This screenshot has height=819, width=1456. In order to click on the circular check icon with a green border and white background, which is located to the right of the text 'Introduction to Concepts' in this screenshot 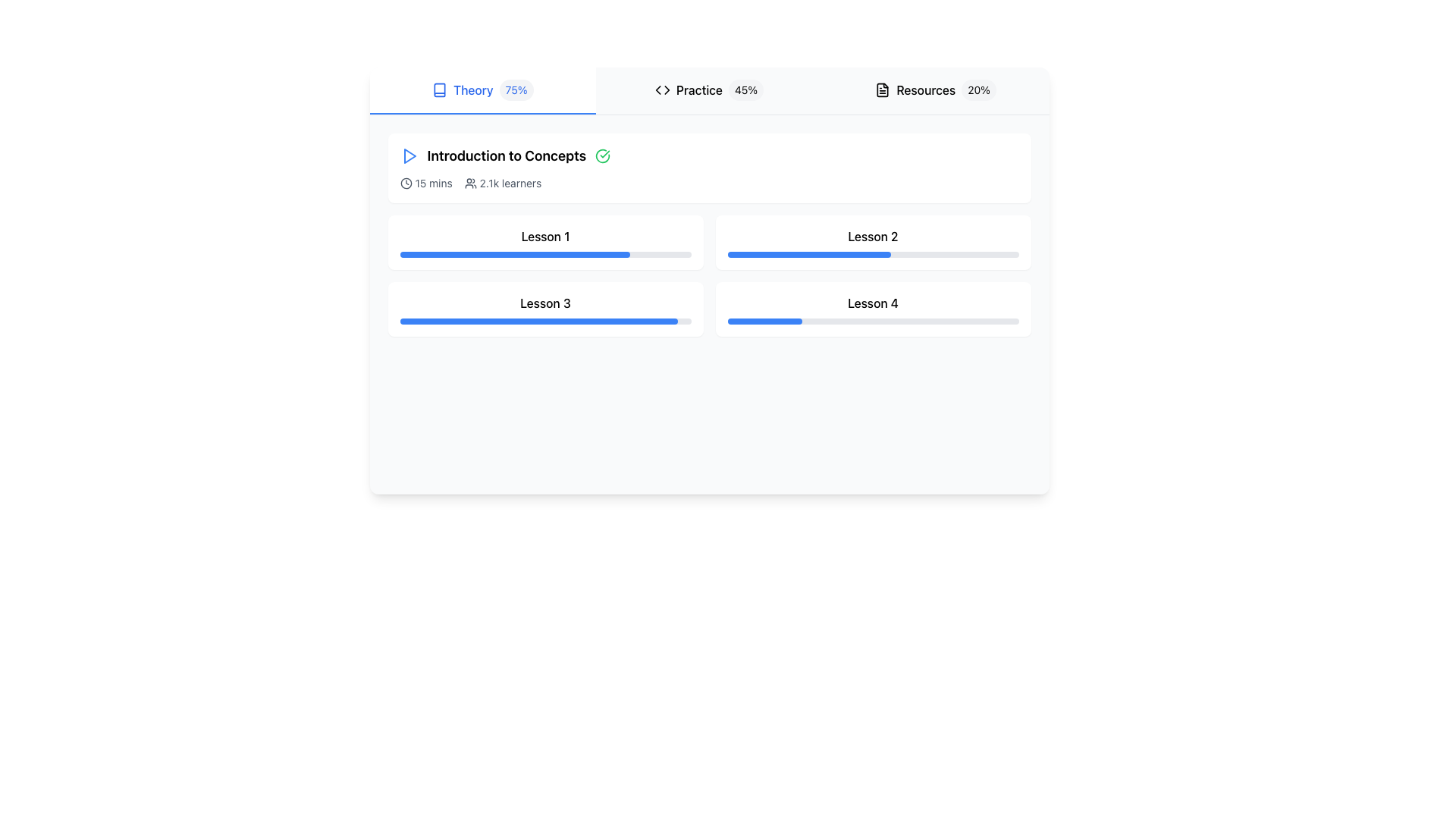, I will do `click(602, 155)`.